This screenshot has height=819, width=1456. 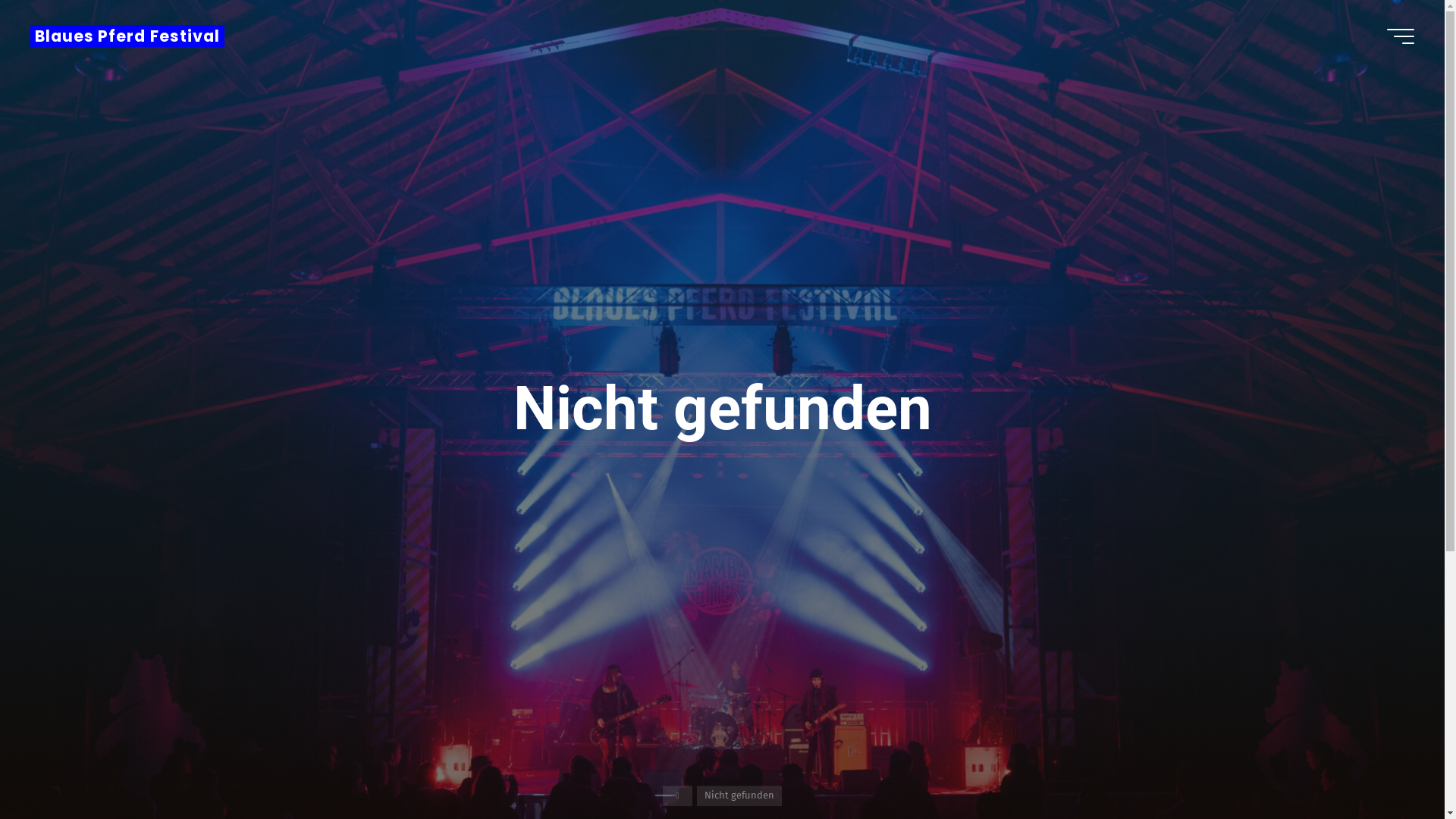 What do you see at coordinates (720, 724) in the screenshot?
I see `'Weiterlesen'` at bounding box center [720, 724].